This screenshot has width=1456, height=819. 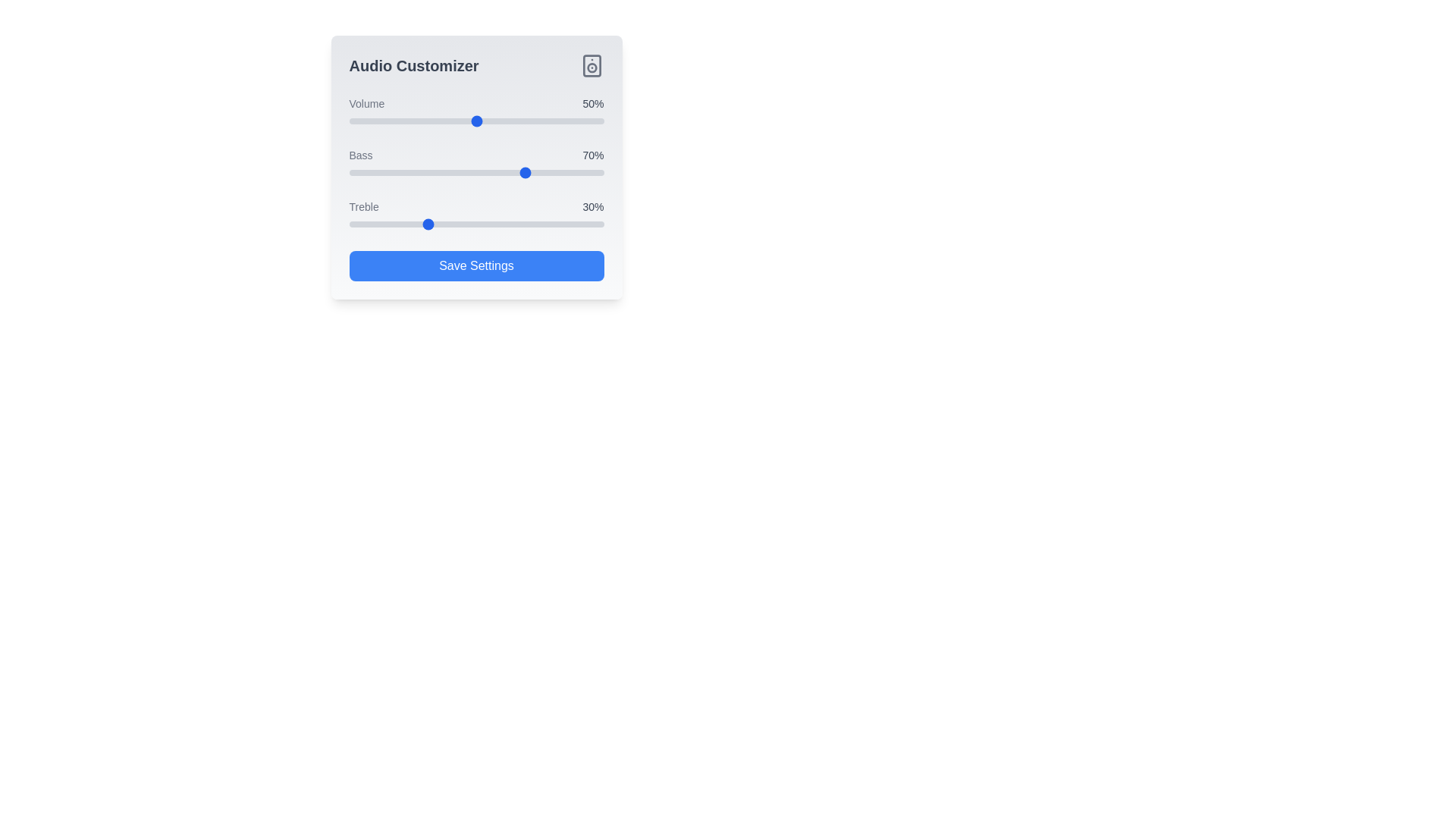 What do you see at coordinates (591, 65) in the screenshot?
I see `the speaker icon to interact with it` at bounding box center [591, 65].